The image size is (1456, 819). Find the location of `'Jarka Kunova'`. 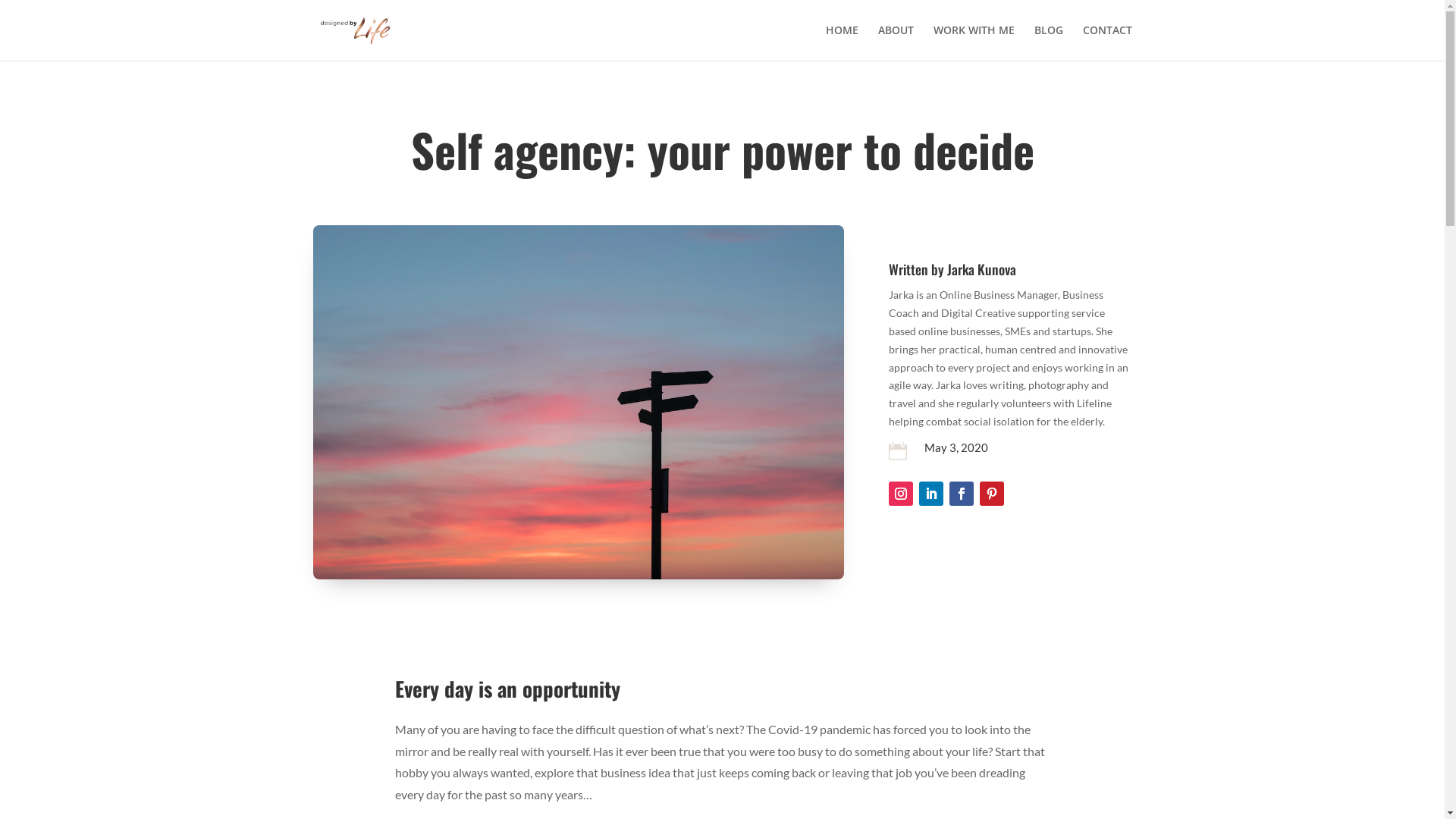

'Jarka Kunova' is located at coordinates (981, 268).